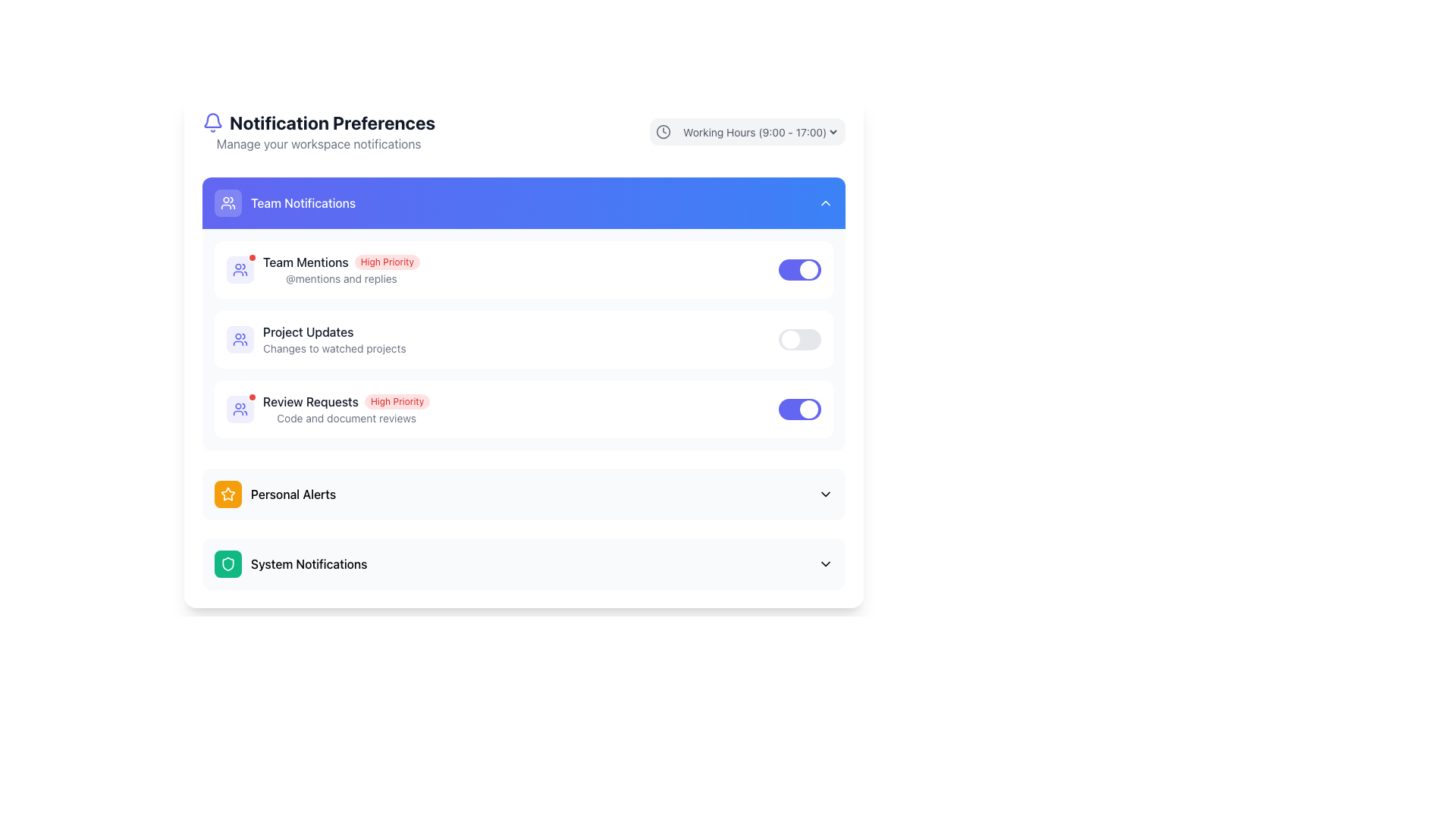 The width and height of the screenshot is (1456, 819). I want to click on the text label displaying '@mentions and replies', which is styled in gray and positioned below the 'Team Mentions High Priority' heading within the 'Team Notifications' section, so click(340, 278).